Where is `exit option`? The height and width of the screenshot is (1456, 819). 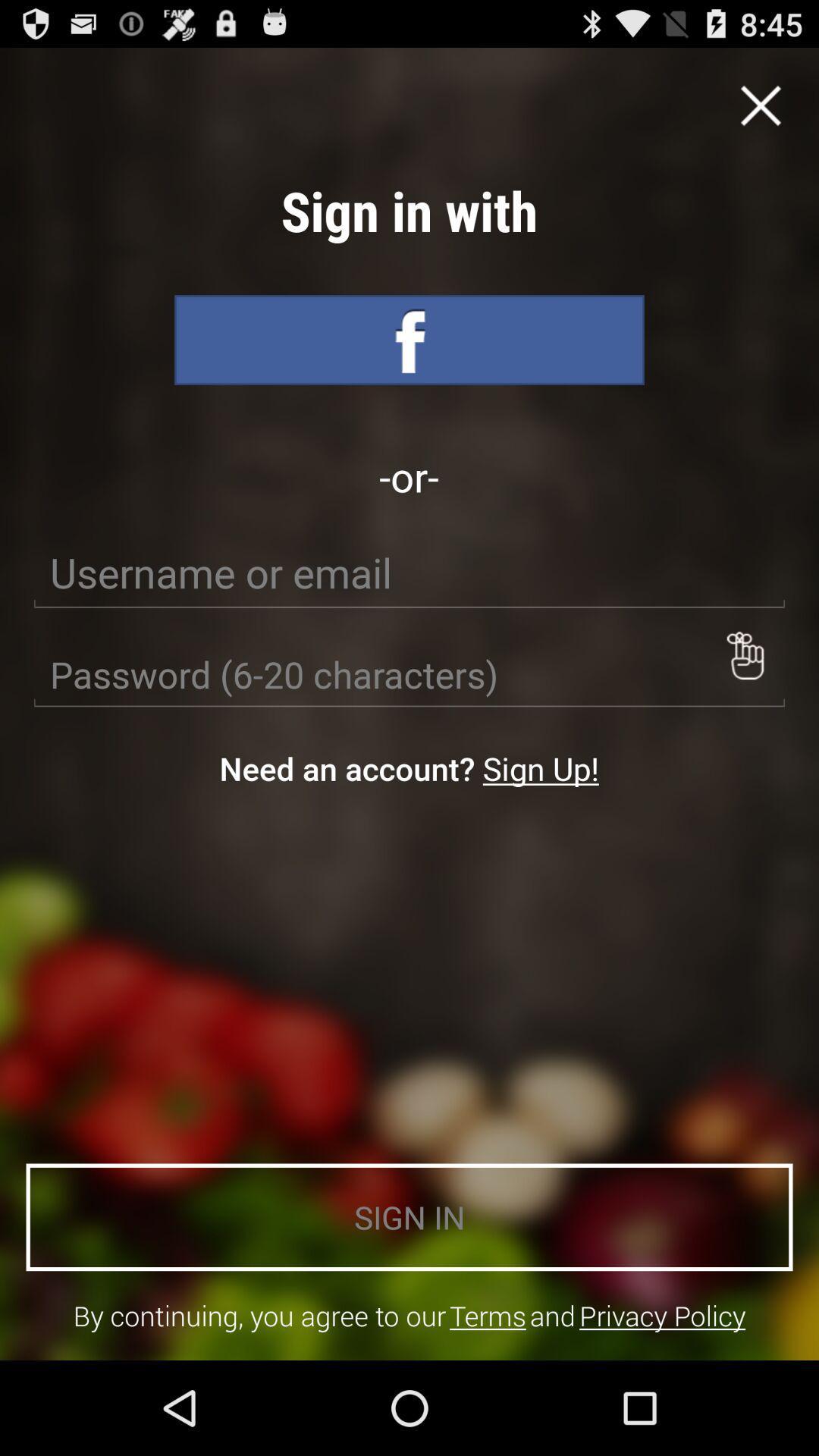
exit option is located at coordinates (761, 105).